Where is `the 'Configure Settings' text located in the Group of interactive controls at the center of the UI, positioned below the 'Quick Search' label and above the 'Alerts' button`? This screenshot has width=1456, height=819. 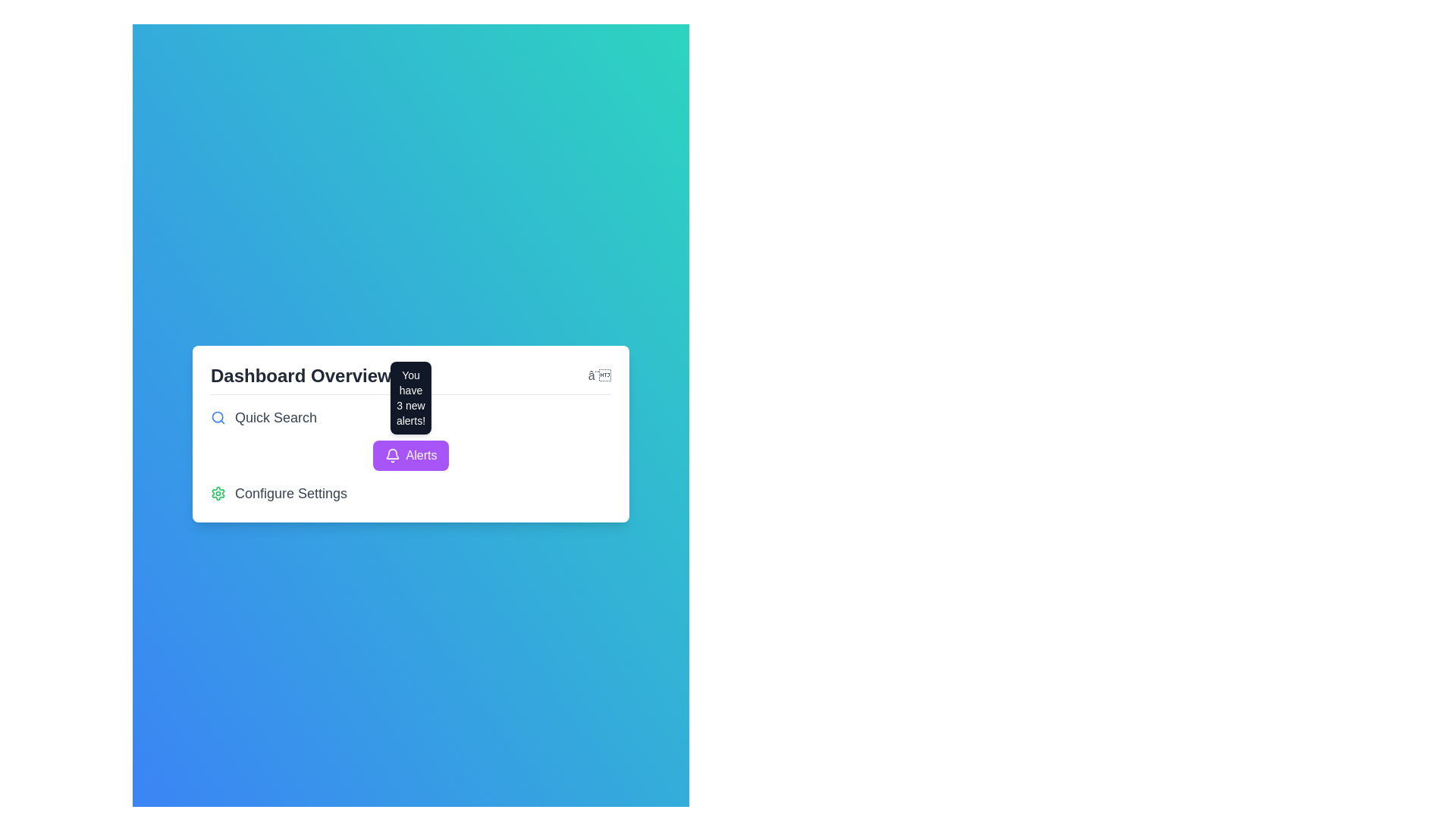
the 'Configure Settings' text located in the Group of interactive controls at the center of the UI, positioned below the 'Quick Search' label and above the 'Alerts' button is located at coordinates (411, 454).